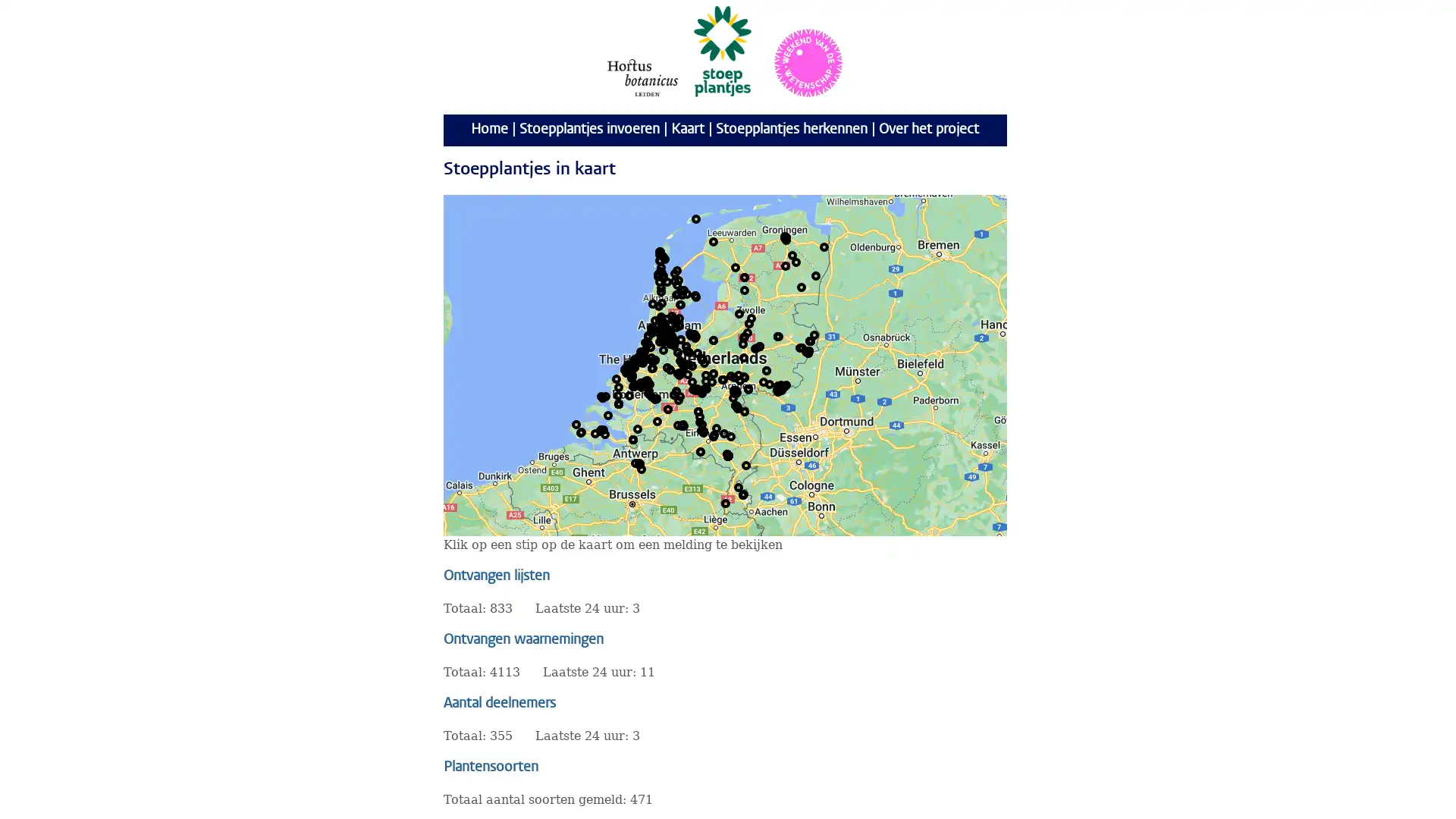  Describe the element at coordinates (700, 450) in the screenshot. I see `Telling van H Mark op 04 oktober 2021` at that location.